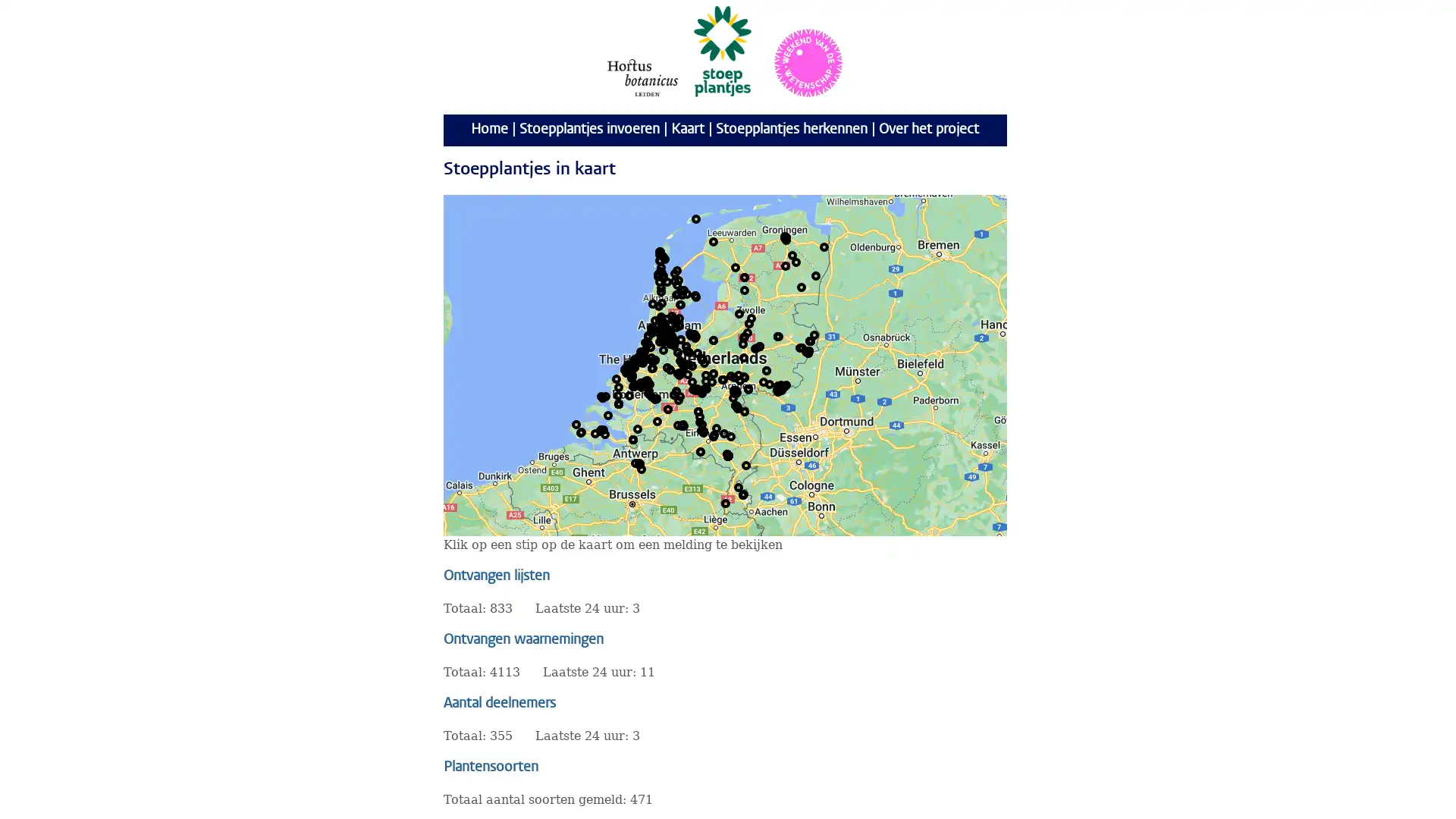  Describe the element at coordinates (700, 450) in the screenshot. I see `Telling van H Mark op 04 oktober 2021` at that location.